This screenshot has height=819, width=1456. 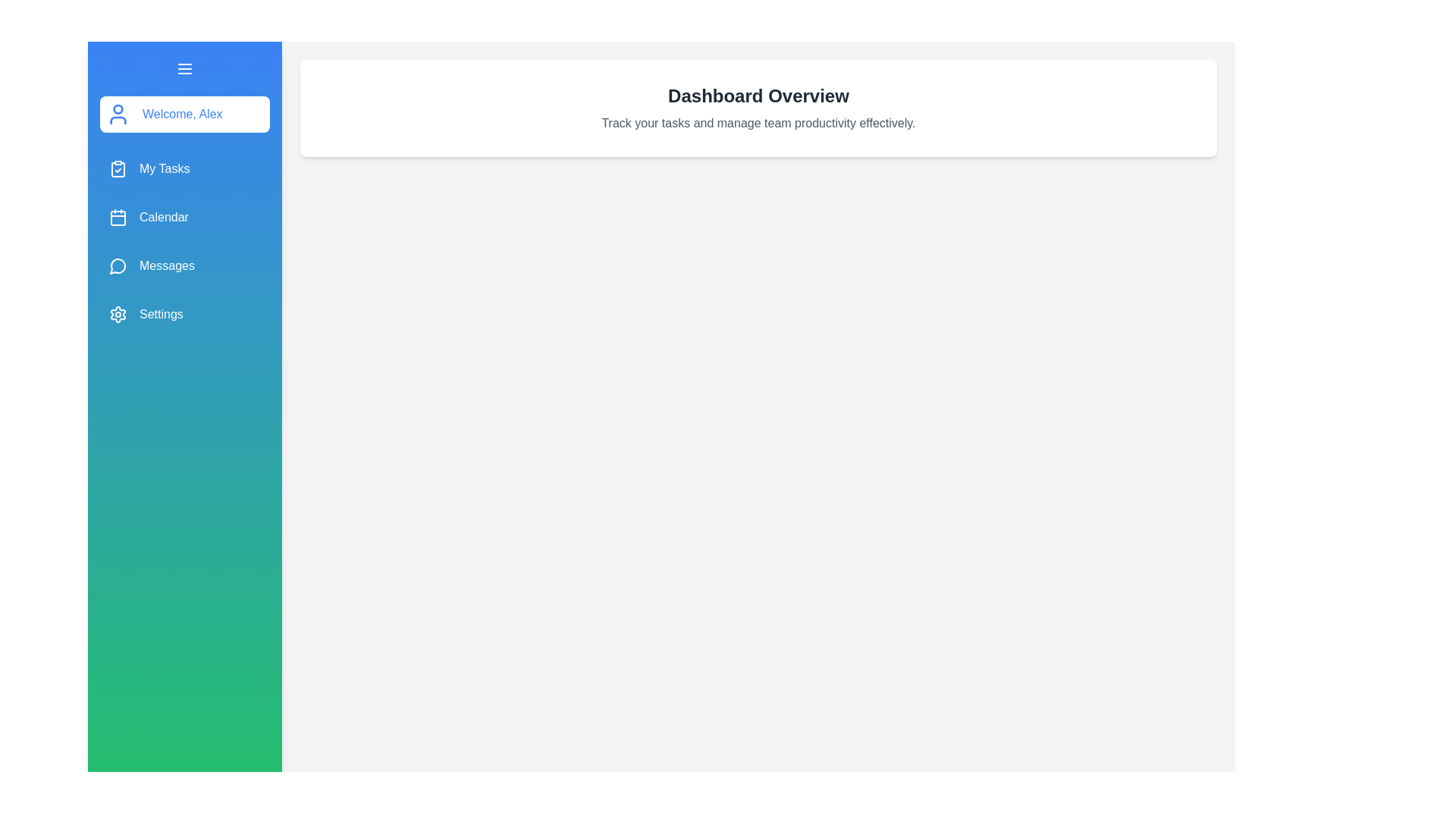 What do you see at coordinates (184, 314) in the screenshot?
I see `the 'Settings' menu item in the sidebar` at bounding box center [184, 314].